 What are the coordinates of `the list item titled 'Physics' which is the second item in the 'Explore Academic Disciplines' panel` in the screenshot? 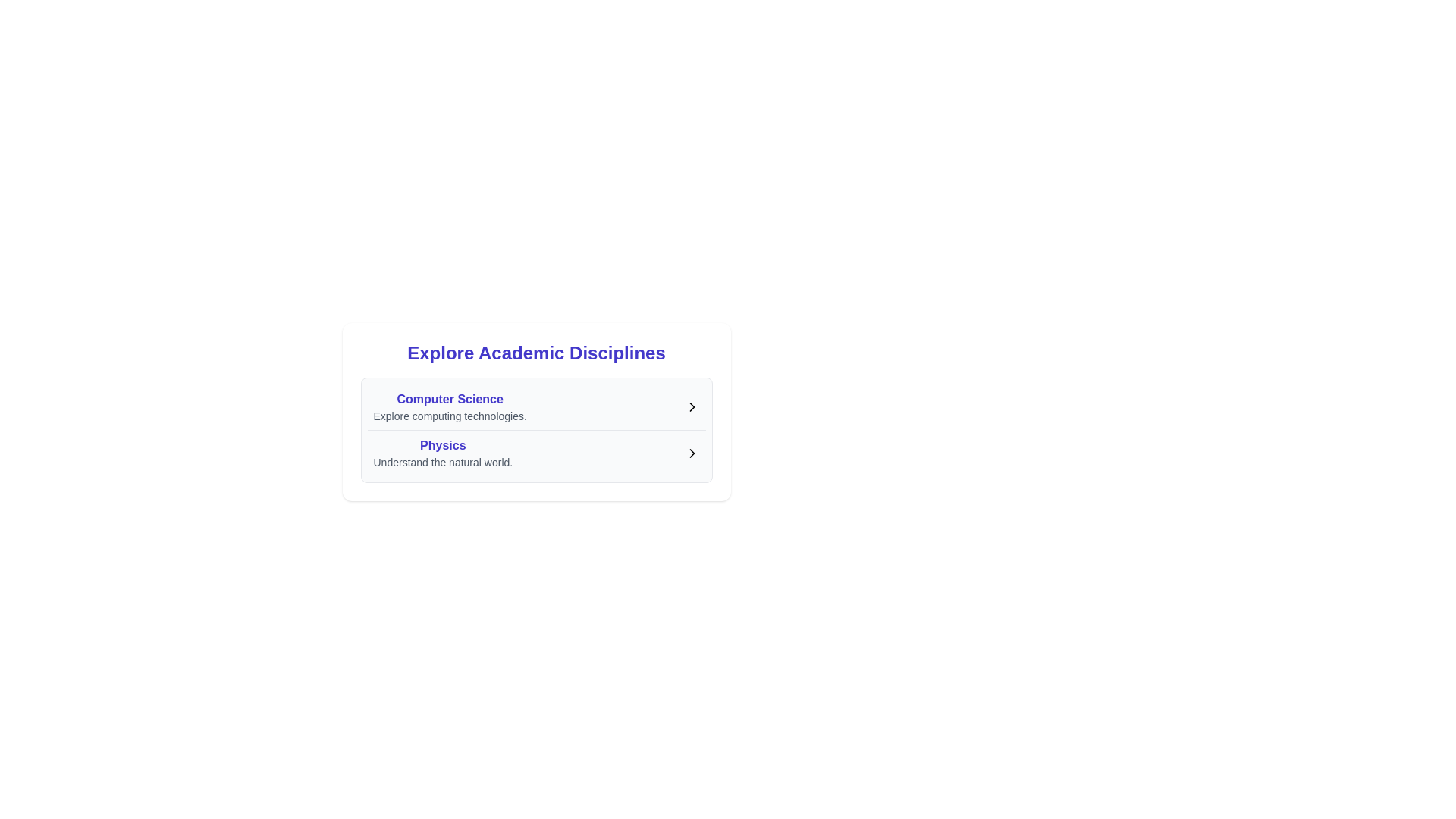 It's located at (536, 452).